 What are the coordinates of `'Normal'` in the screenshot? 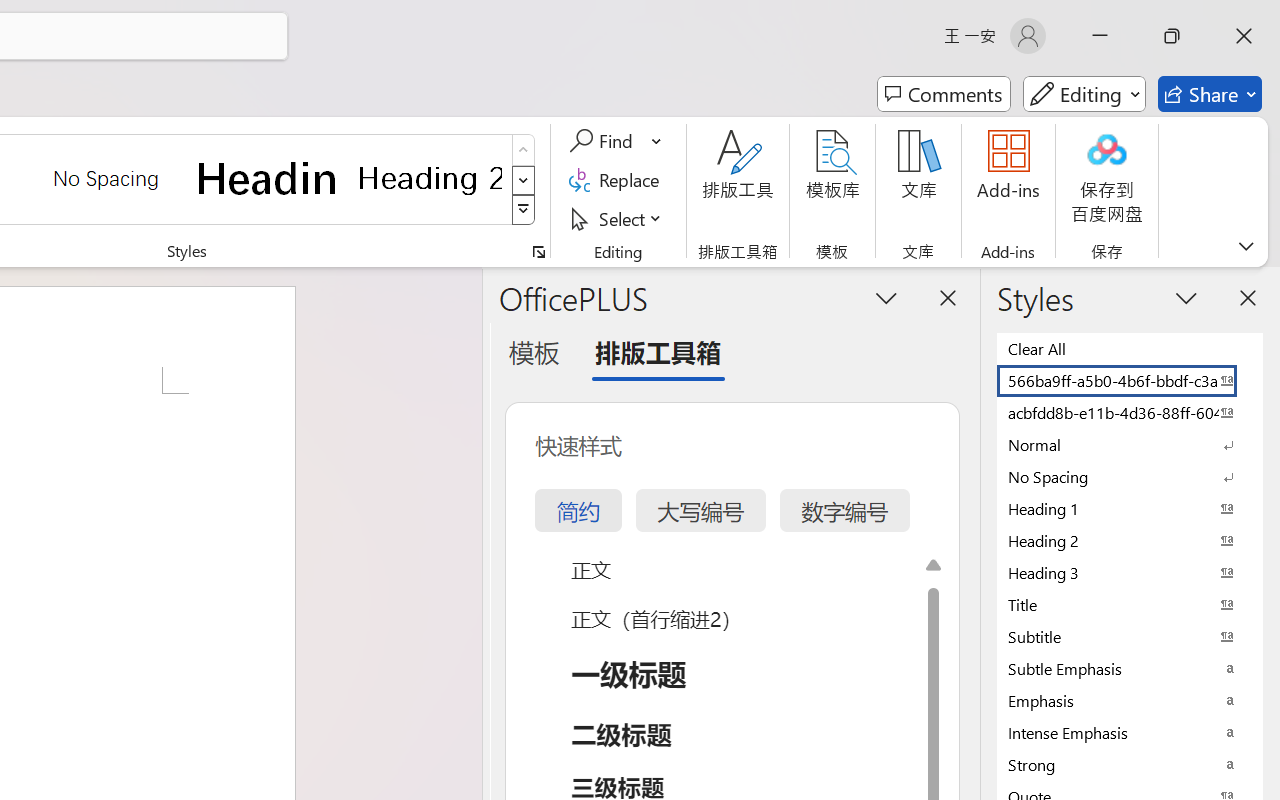 It's located at (1130, 443).